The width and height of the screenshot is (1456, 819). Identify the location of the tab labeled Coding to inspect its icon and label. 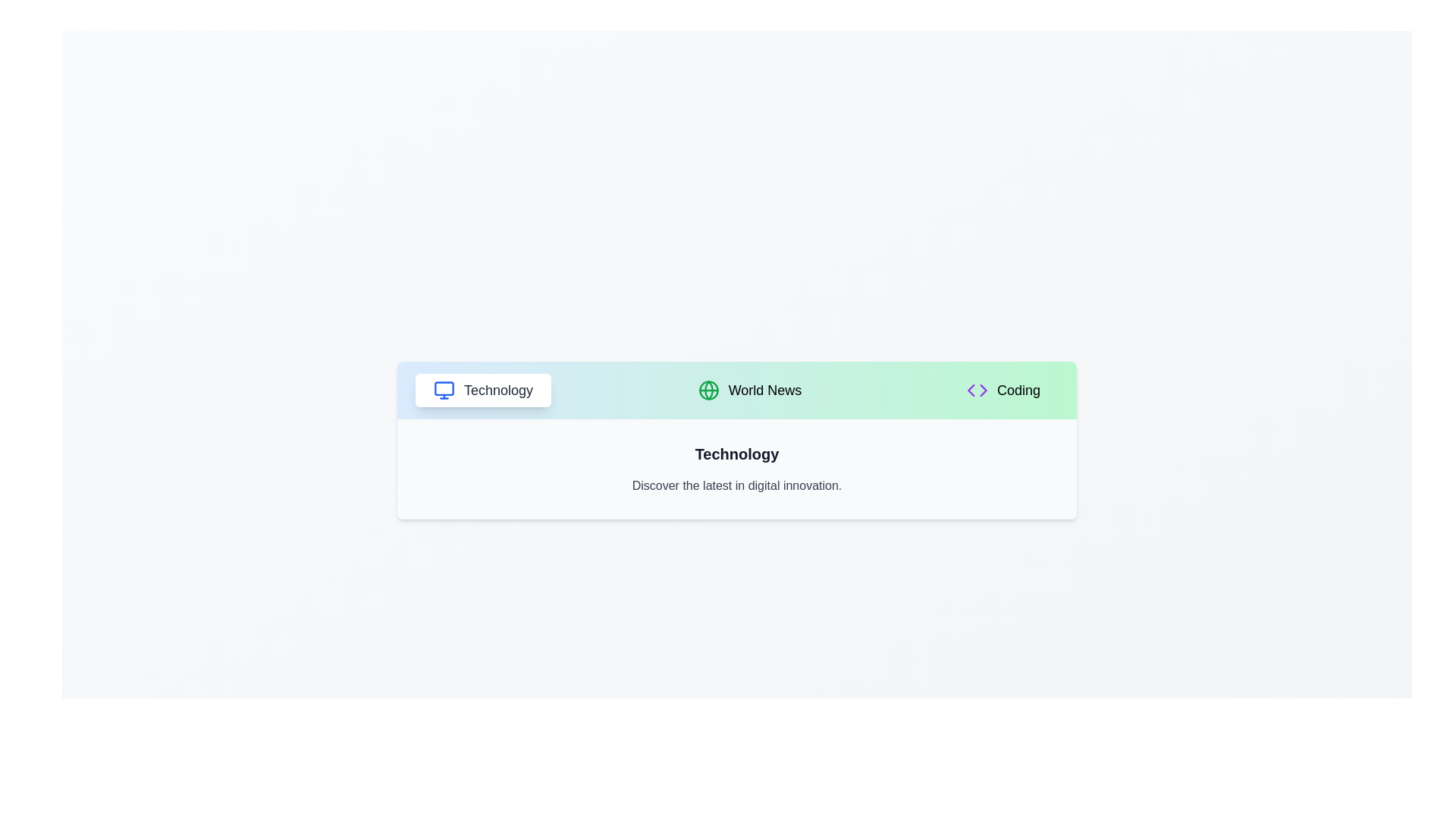
(1003, 390).